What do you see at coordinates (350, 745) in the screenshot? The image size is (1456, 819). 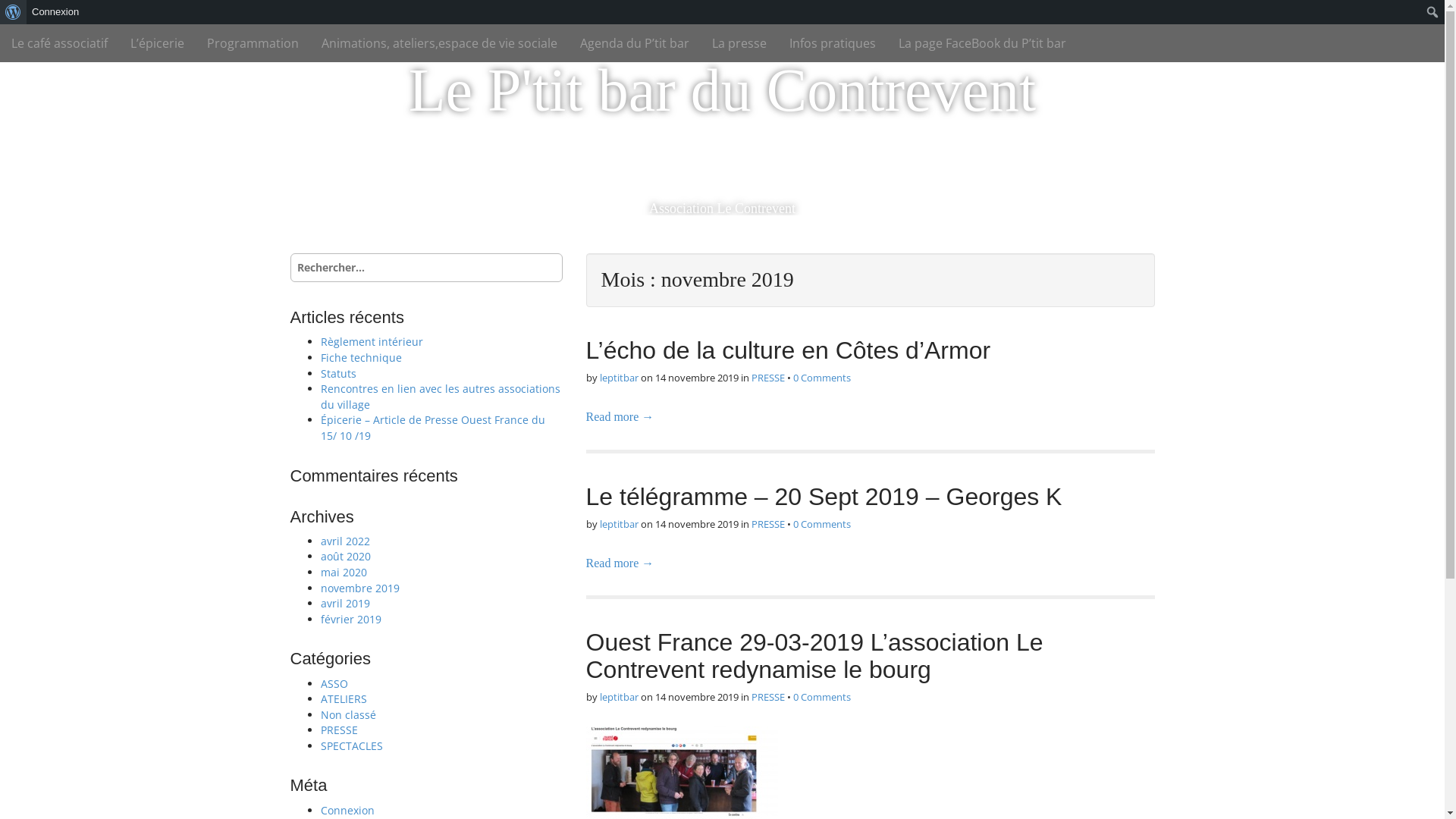 I see `'SPECTACLES'` at bounding box center [350, 745].